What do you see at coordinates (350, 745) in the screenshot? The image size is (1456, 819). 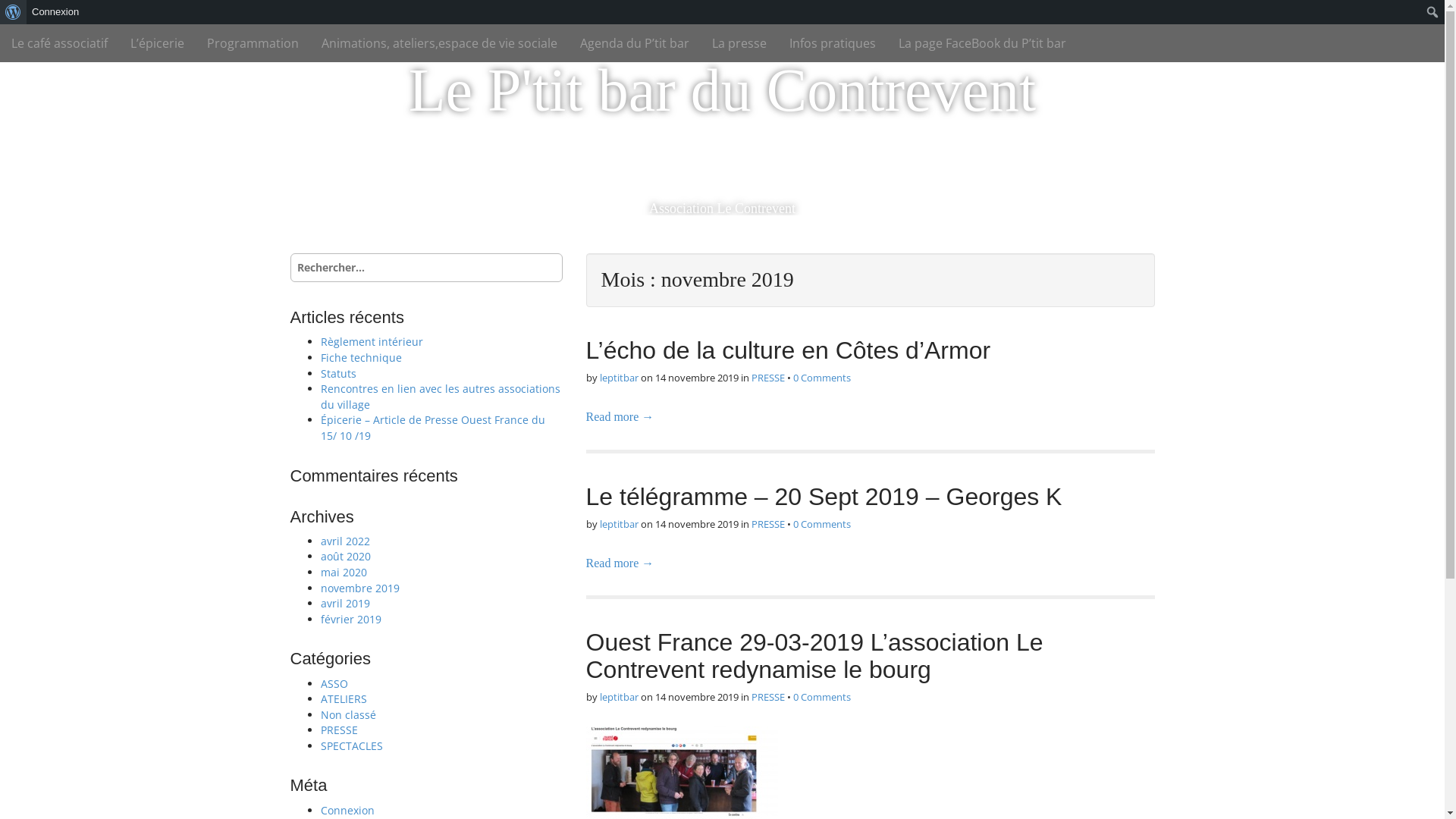 I see `'SPECTACLES'` at bounding box center [350, 745].